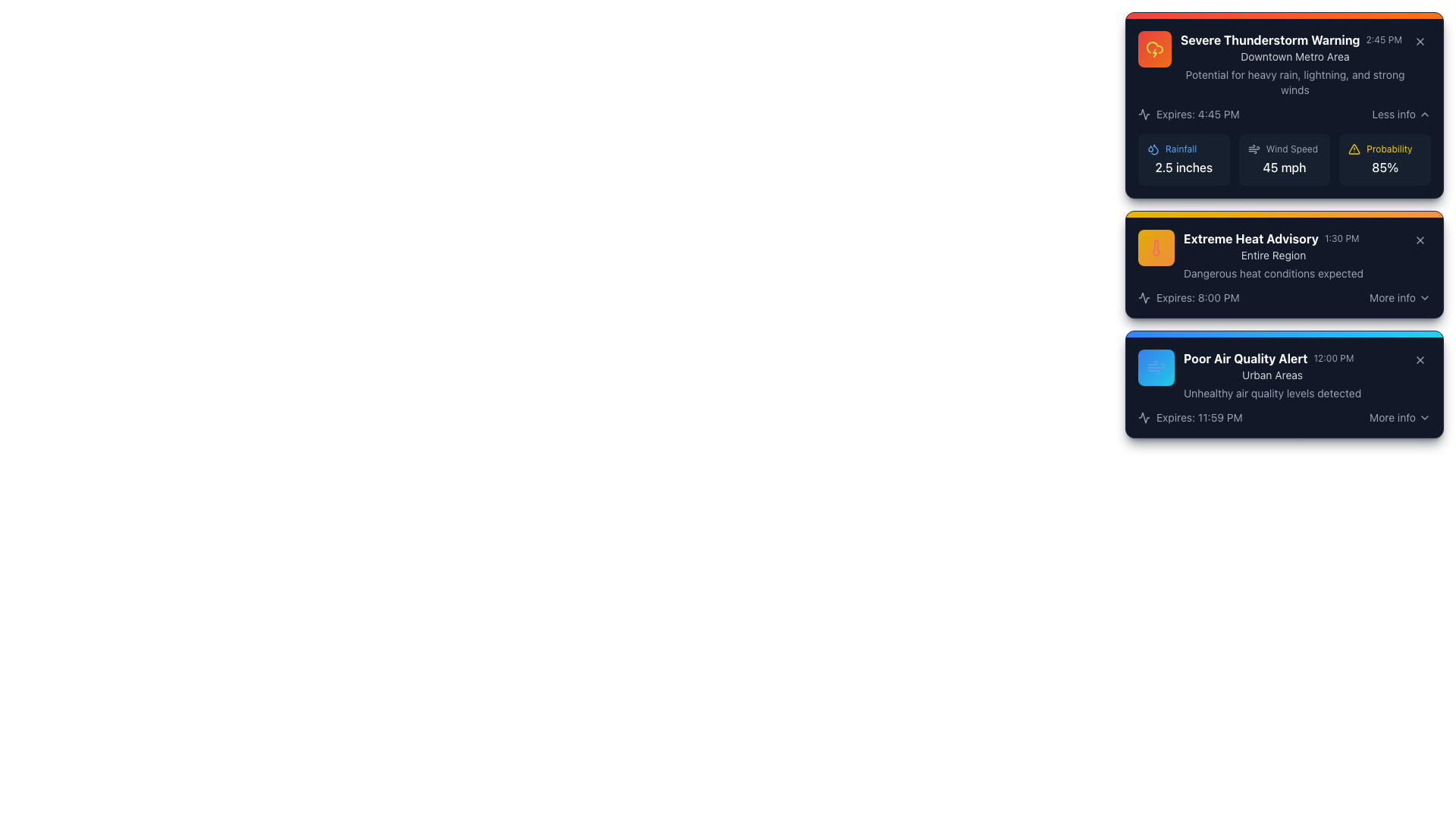 Image resolution: width=1456 pixels, height=819 pixels. Describe the element at coordinates (1385, 167) in the screenshot. I see `value displayed in the probability metric text label located in the bottom-right section of the topmost alert card, following the 'Probability' label` at that location.